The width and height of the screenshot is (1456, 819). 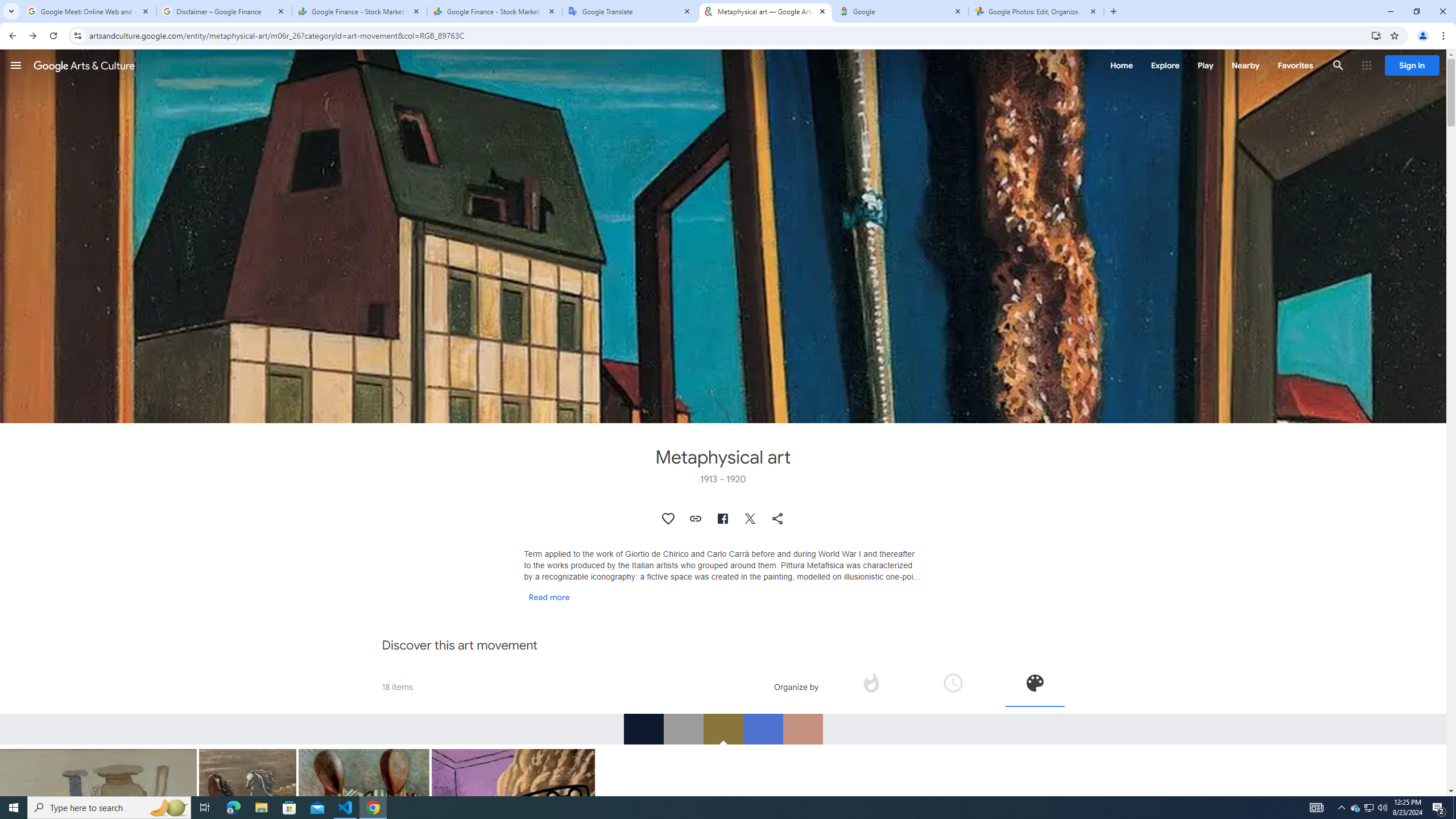 What do you see at coordinates (953, 686) in the screenshot?
I see `'Organize by time'` at bounding box center [953, 686].